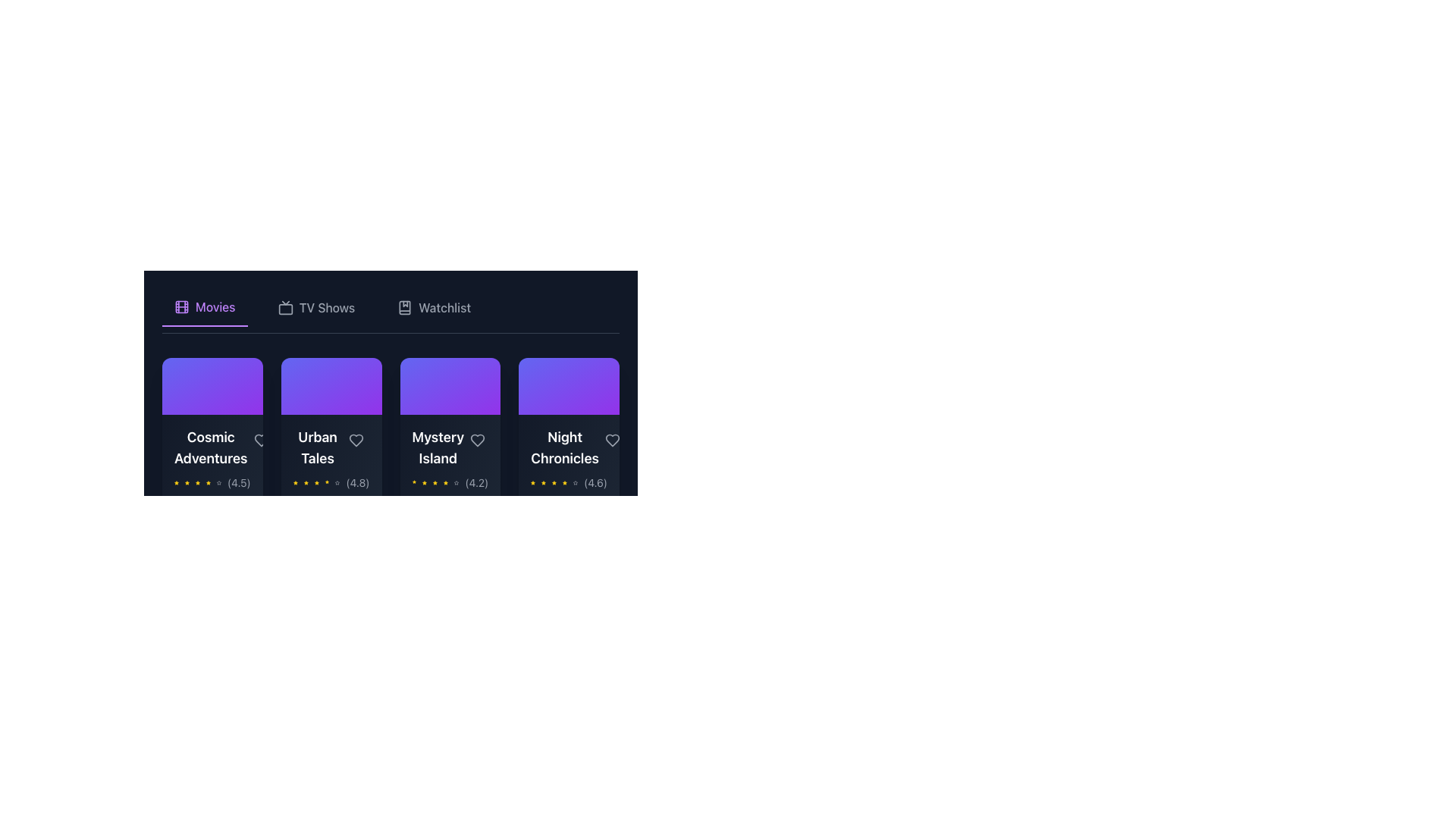  I want to click on the card associated with the title displayed in the text label located below the purple image section and above the rating indicator in the second card, so click(317, 447).